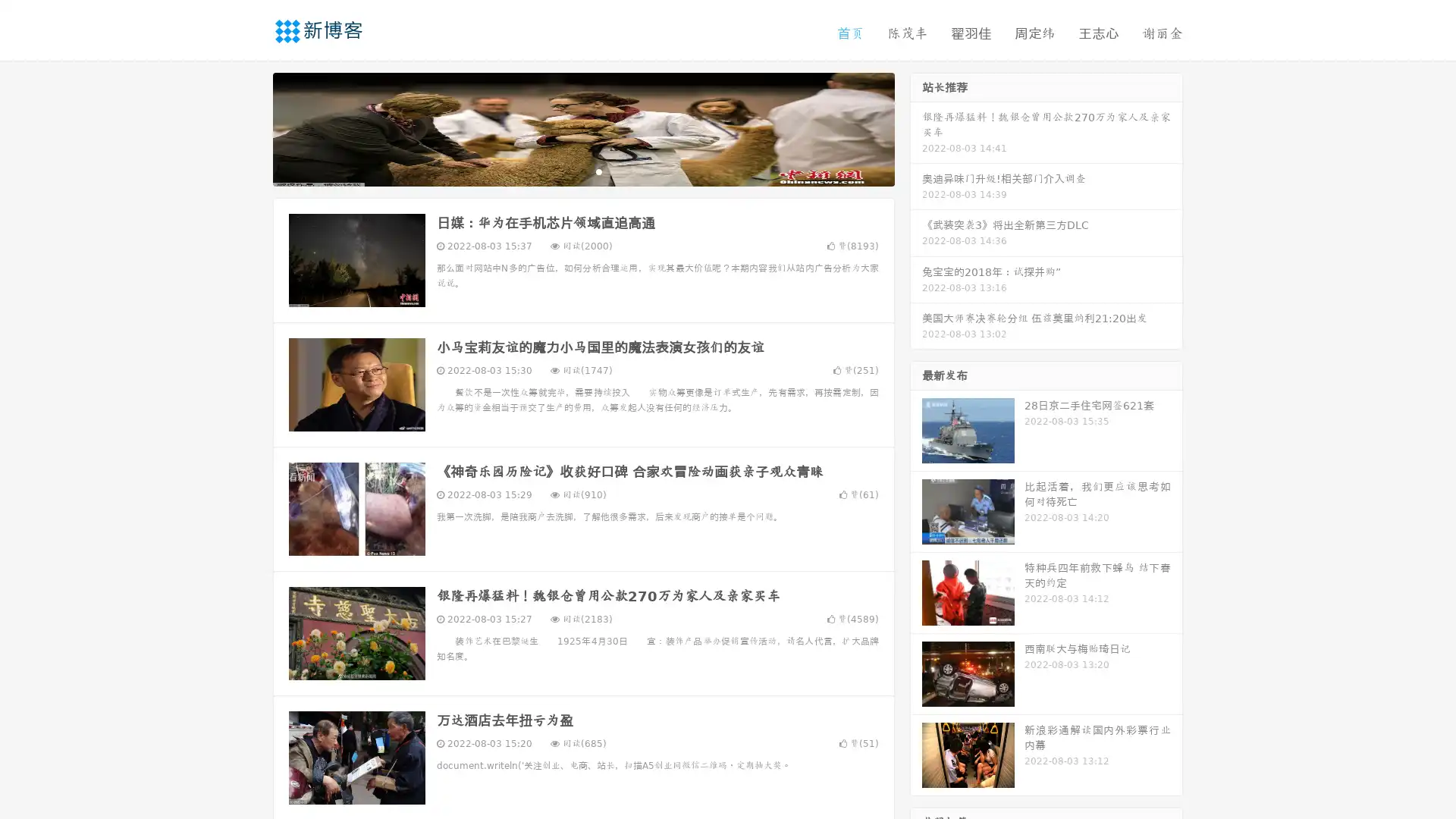  I want to click on Go to slide 1, so click(567, 171).